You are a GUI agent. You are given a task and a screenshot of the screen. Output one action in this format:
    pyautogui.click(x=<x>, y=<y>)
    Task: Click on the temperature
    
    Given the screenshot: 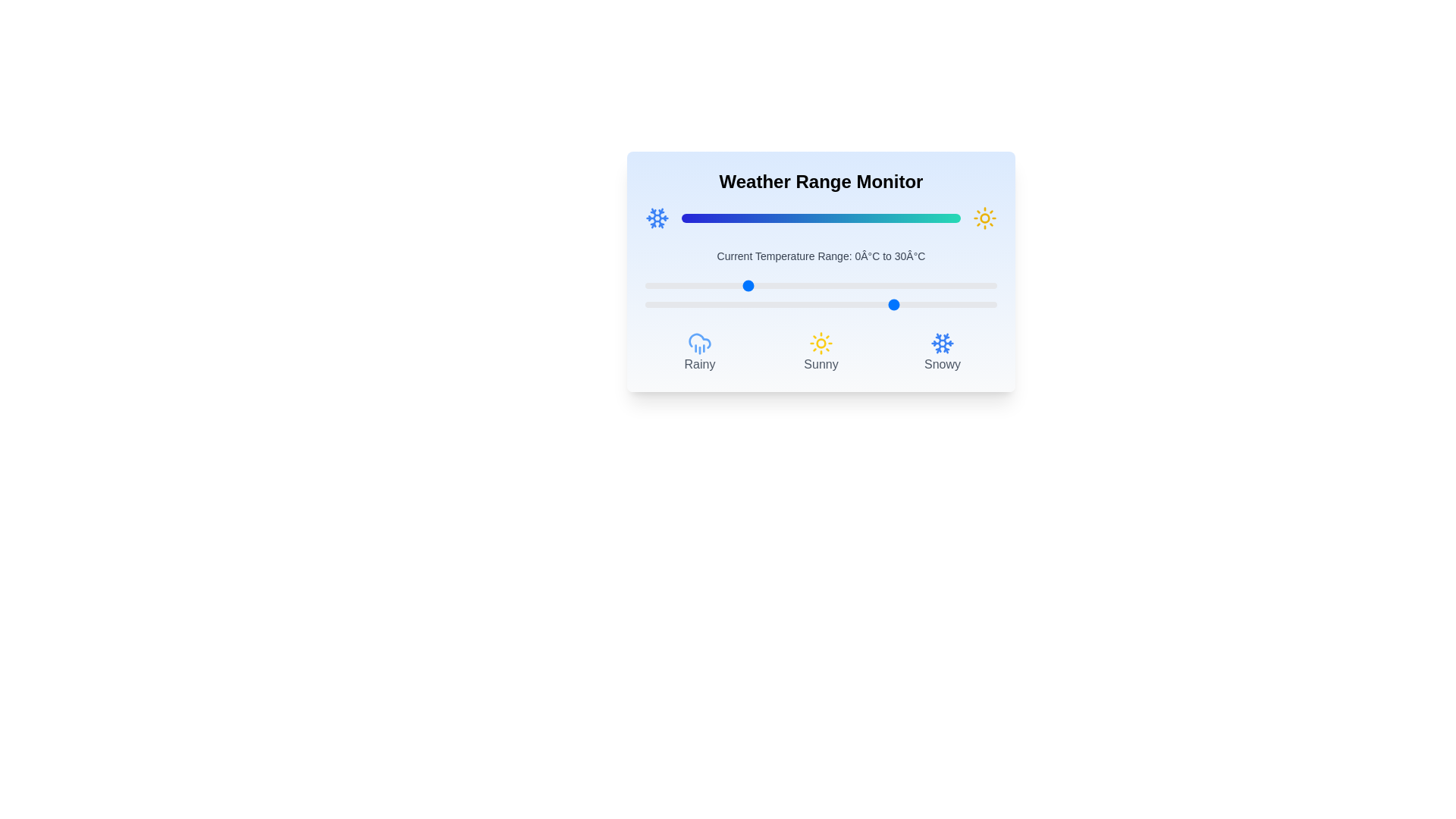 What is the action you would take?
    pyautogui.click(x=786, y=304)
    